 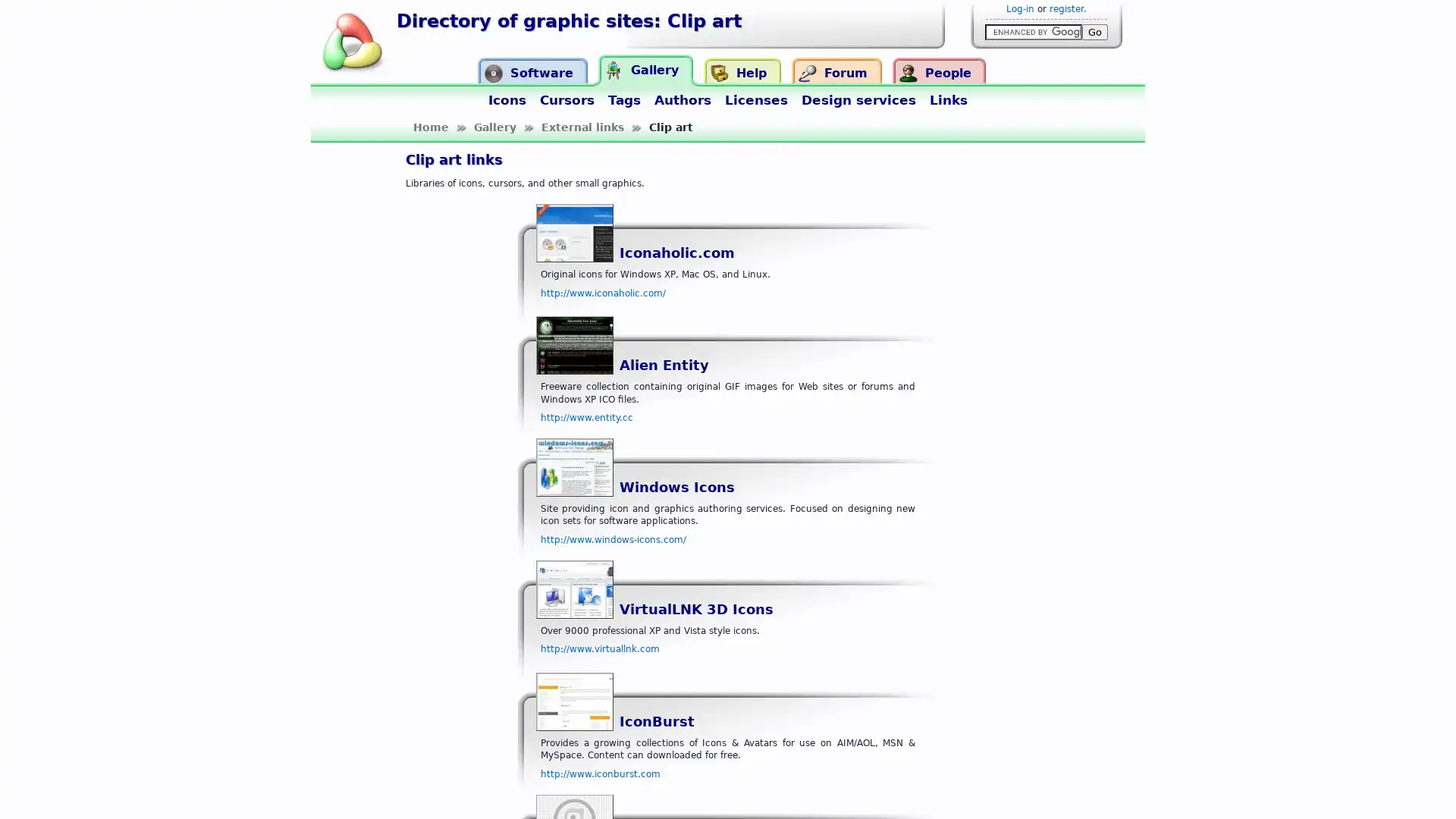 What do you see at coordinates (1095, 32) in the screenshot?
I see `Go` at bounding box center [1095, 32].